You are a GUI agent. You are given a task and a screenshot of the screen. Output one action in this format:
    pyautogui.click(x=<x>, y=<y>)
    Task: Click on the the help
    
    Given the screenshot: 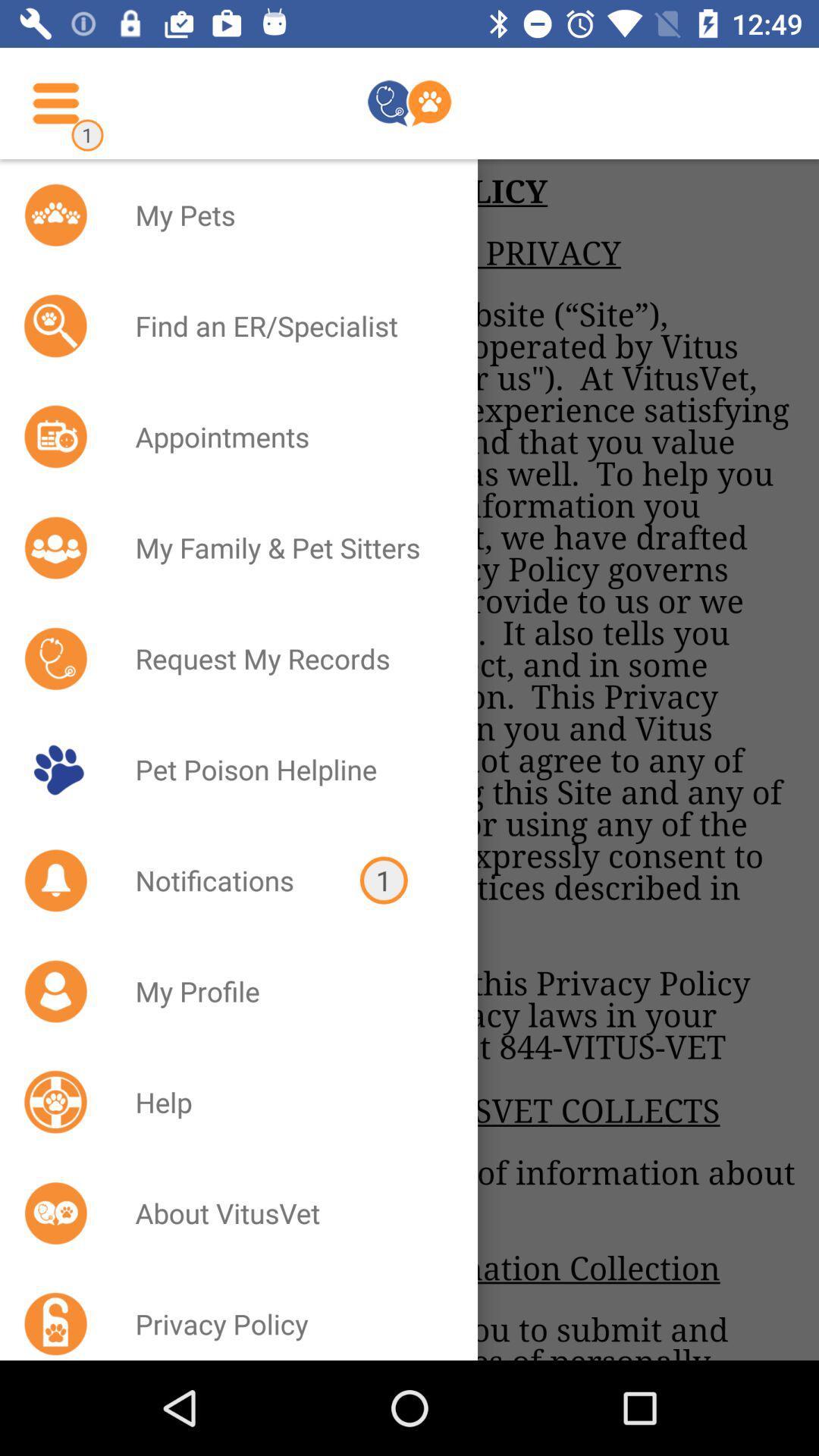 What is the action you would take?
    pyautogui.click(x=287, y=1102)
    